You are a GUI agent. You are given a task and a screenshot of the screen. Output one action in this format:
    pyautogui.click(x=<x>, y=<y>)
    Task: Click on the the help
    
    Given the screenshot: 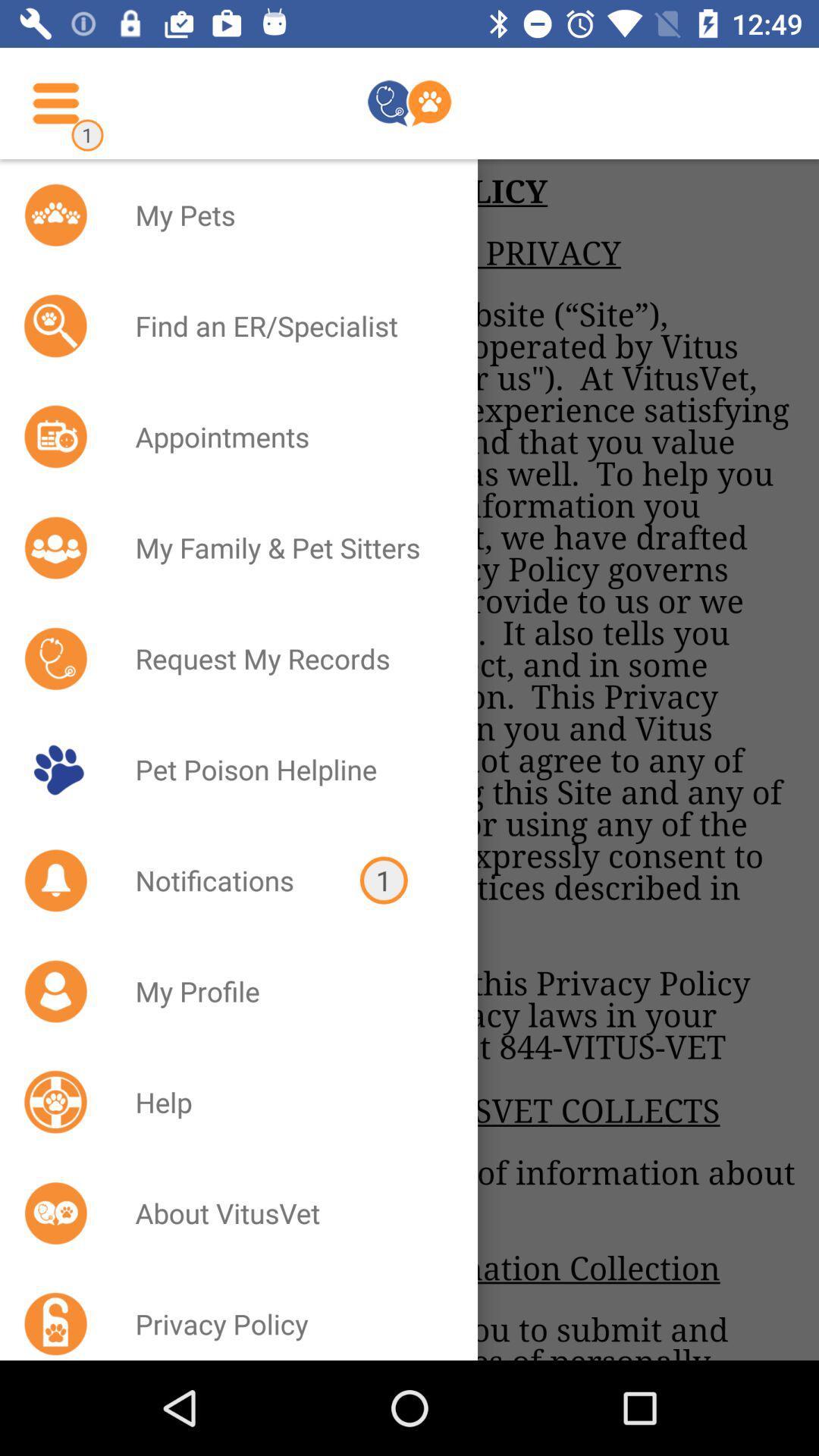 What is the action you would take?
    pyautogui.click(x=287, y=1102)
    